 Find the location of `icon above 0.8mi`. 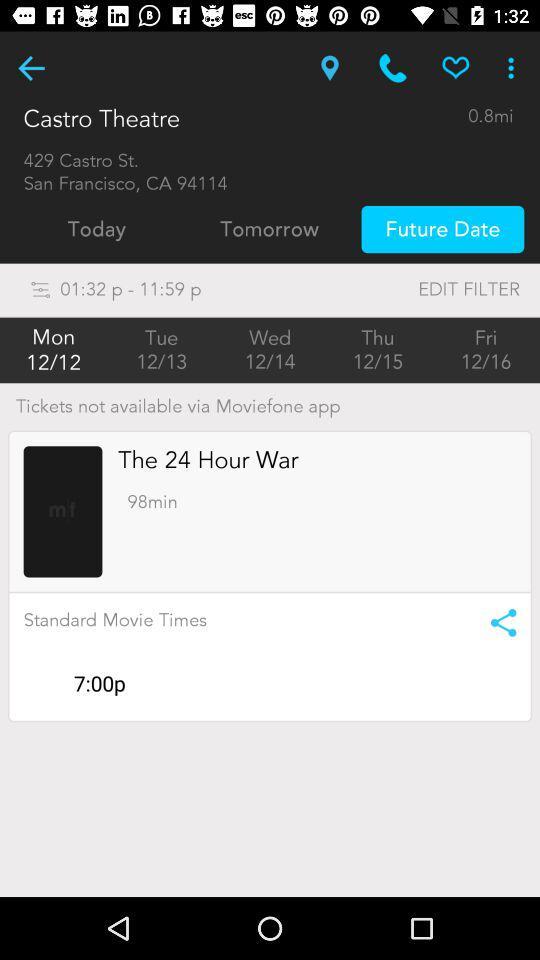

icon above 0.8mi is located at coordinates (455, 68).